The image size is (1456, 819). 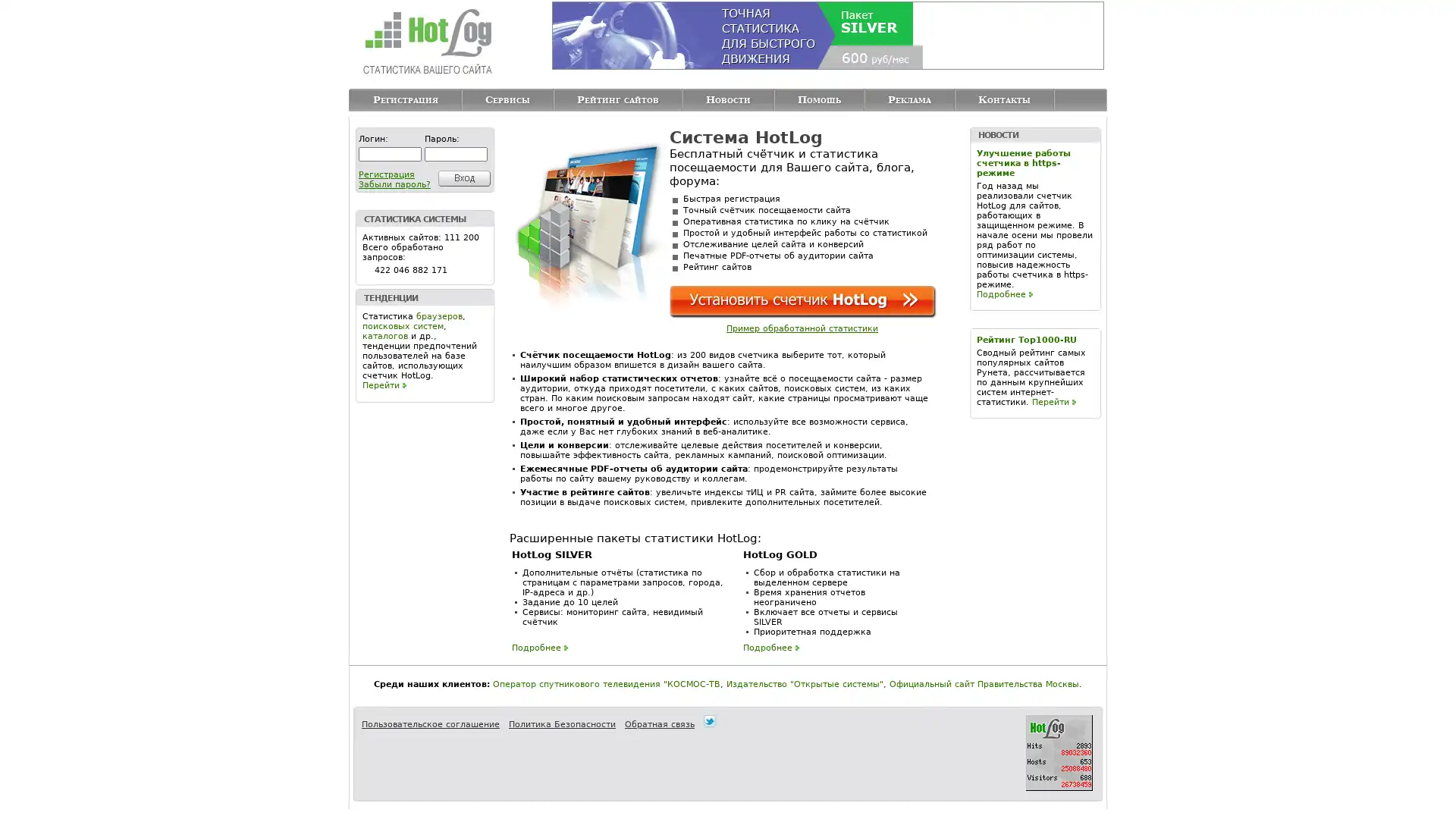 What do you see at coordinates (461, 177) in the screenshot?
I see `Submit` at bounding box center [461, 177].